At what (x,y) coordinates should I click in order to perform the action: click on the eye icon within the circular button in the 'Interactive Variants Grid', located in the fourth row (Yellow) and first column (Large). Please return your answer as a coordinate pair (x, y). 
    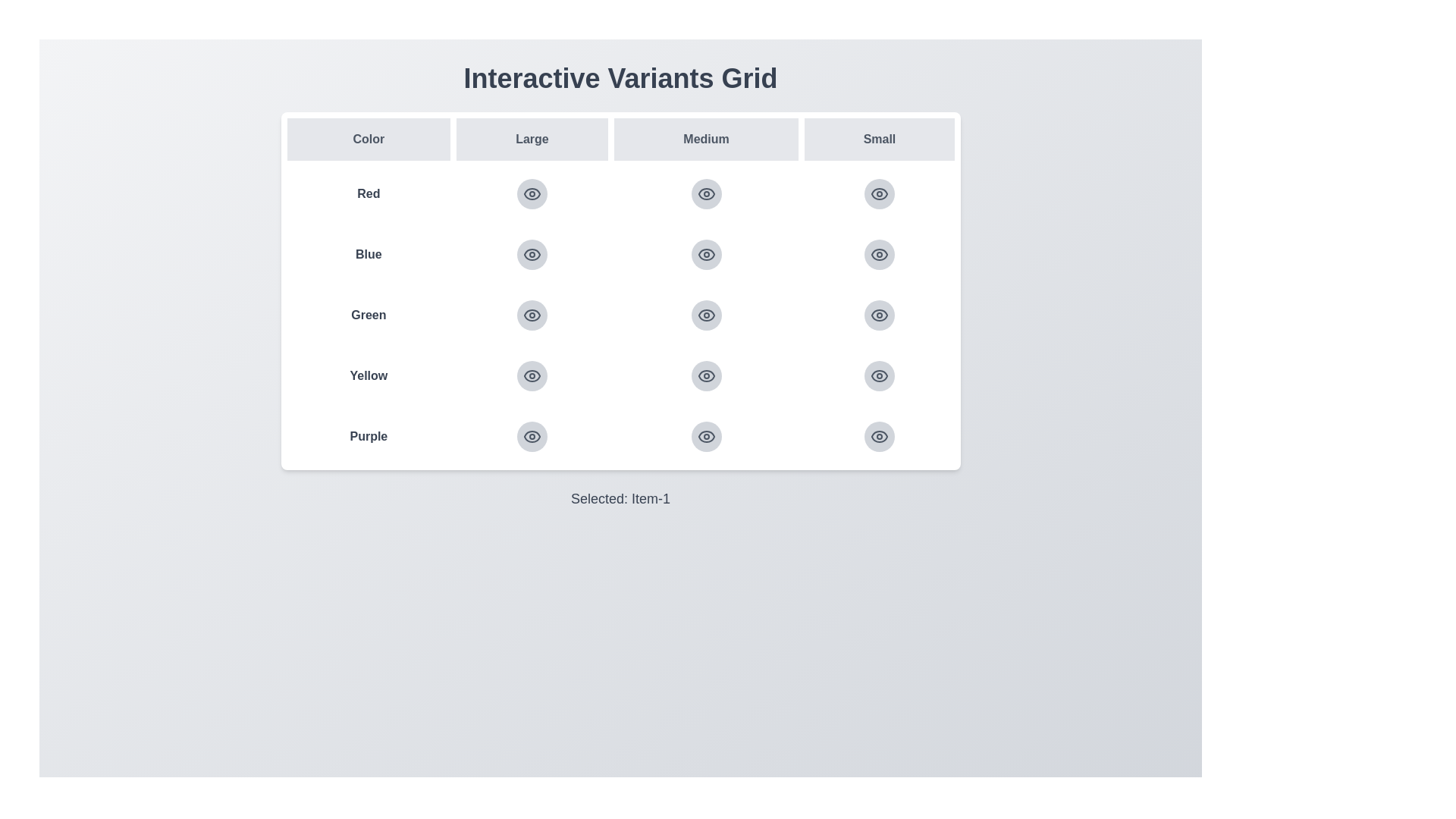
    Looking at the image, I should click on (532, 375).